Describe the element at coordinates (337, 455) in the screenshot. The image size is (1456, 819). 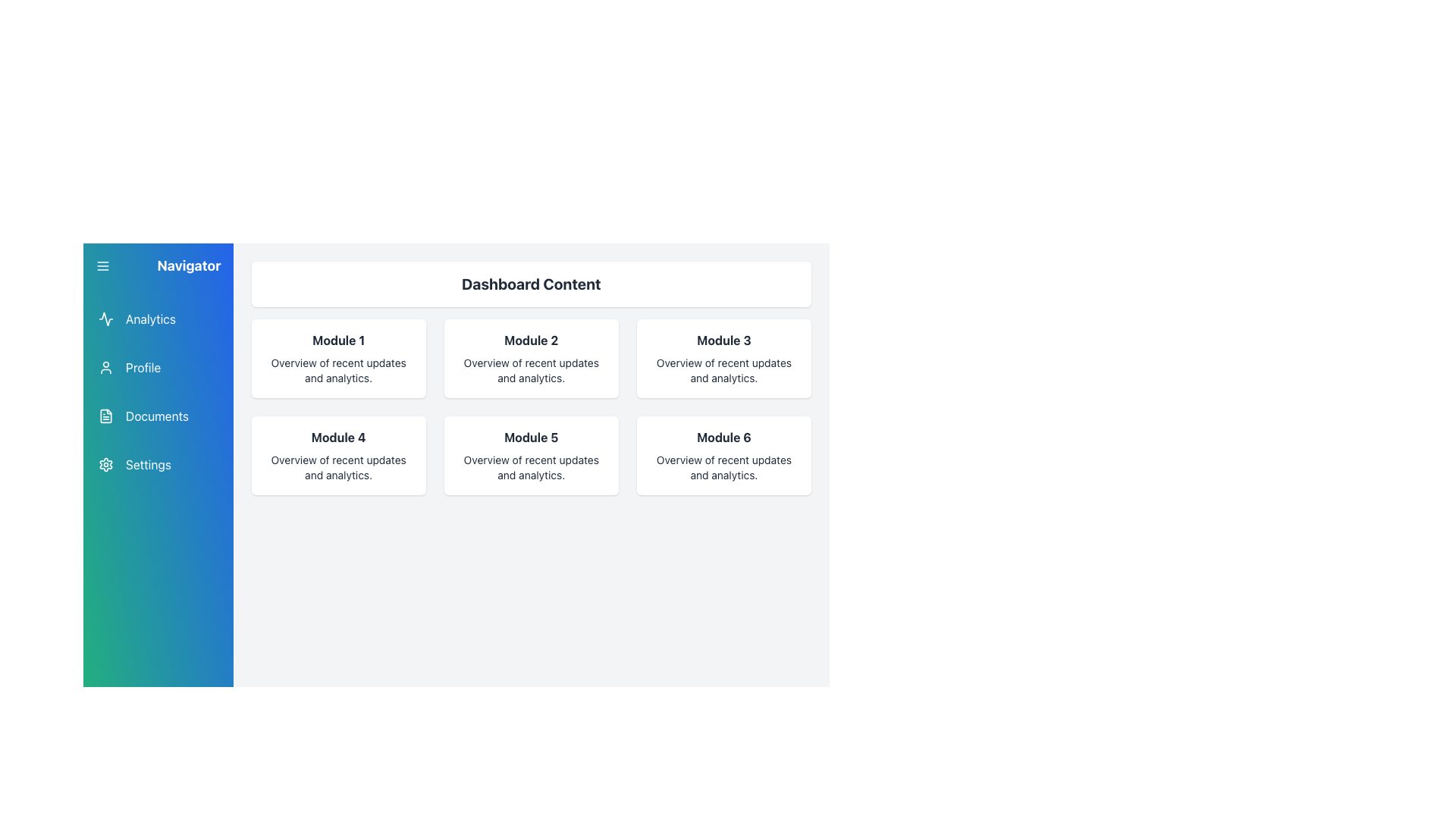
I see `the first Informative Card in the second row of the dashboard` at that location.